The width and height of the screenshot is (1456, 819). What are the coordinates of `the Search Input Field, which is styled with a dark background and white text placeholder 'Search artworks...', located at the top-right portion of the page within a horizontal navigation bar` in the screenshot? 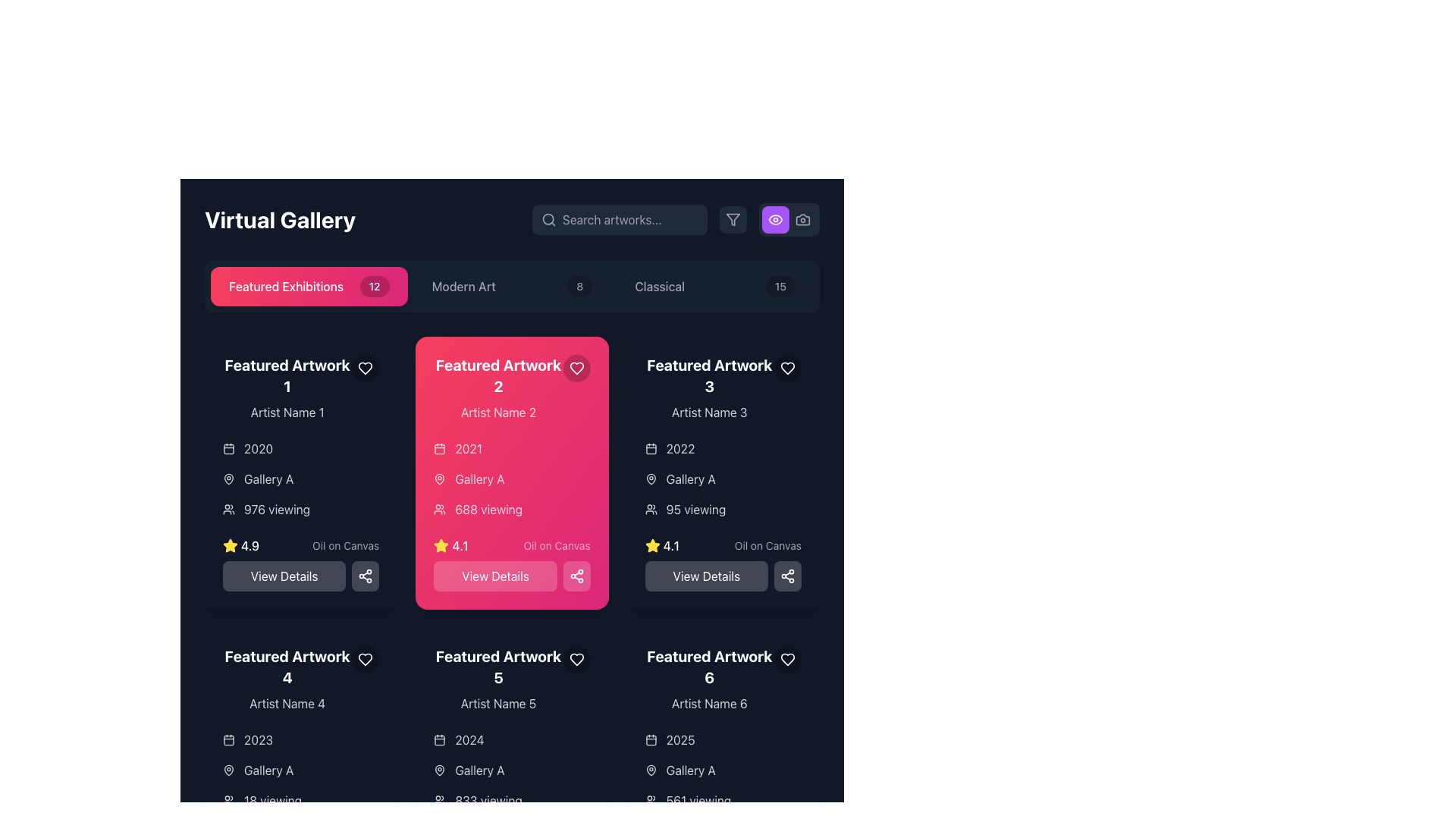 It's located at (620, 219).